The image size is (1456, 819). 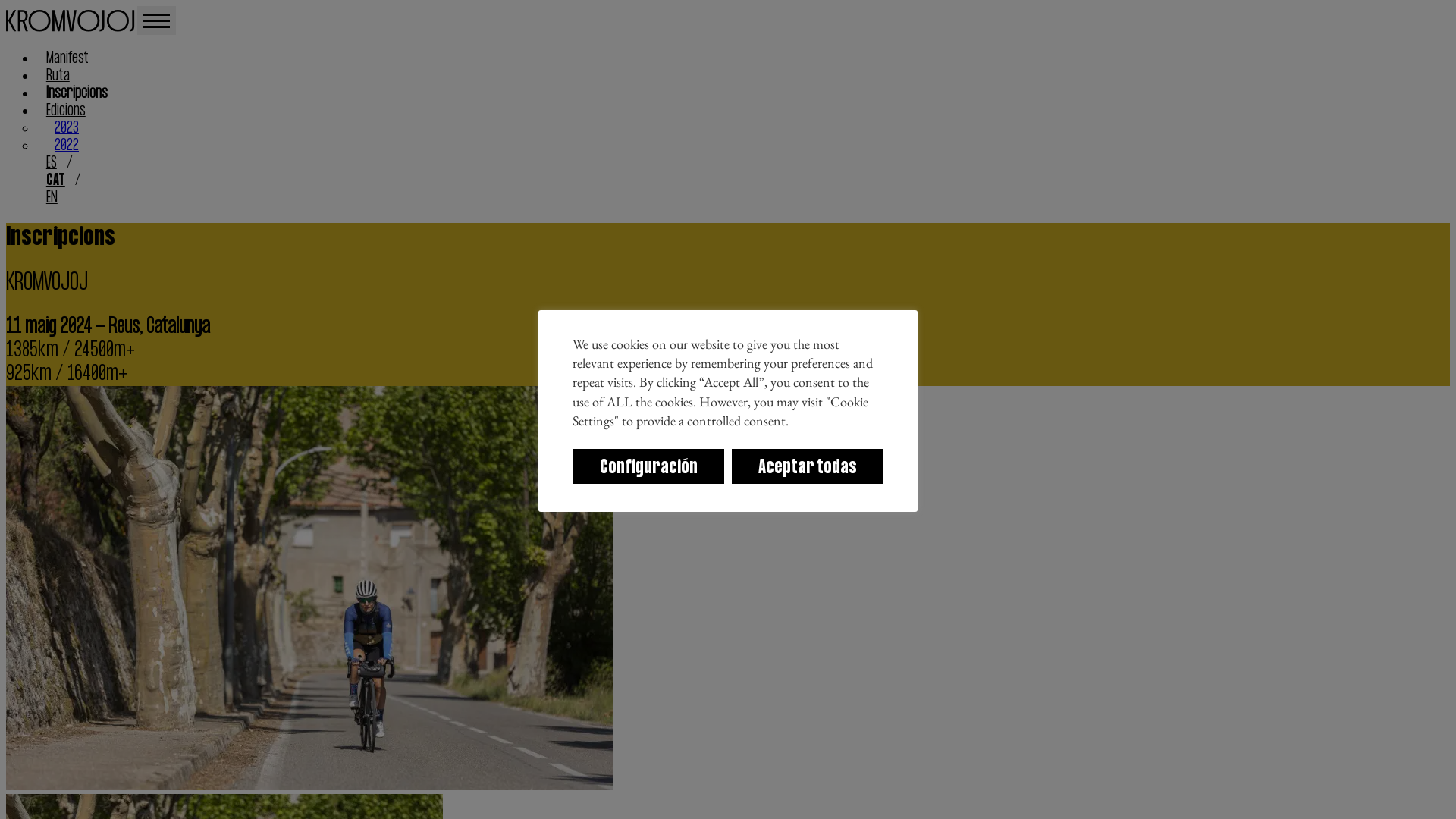 I want to click on 'Edicions', so click(x=64, y=110).